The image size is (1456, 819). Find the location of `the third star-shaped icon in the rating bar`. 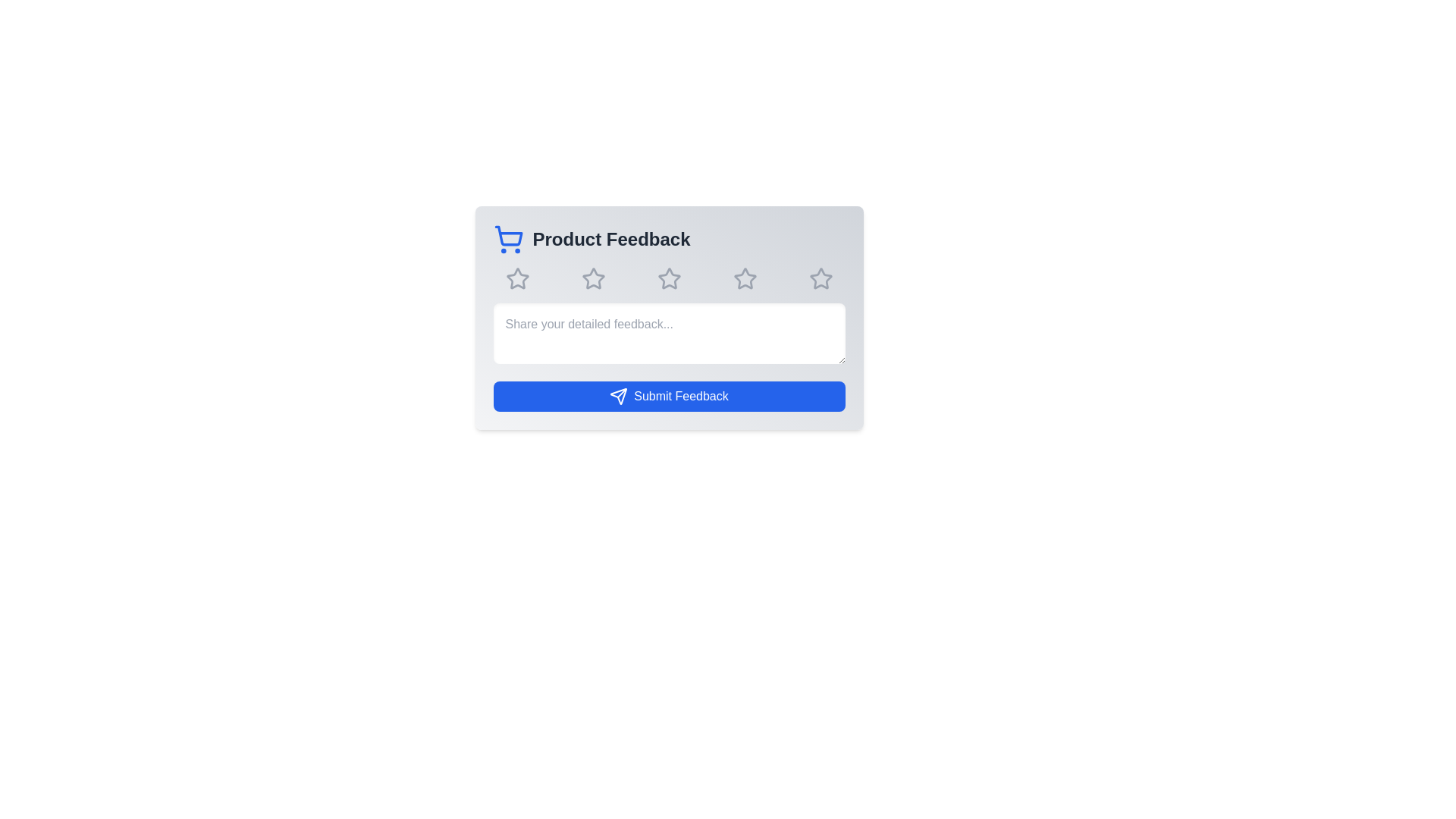

the third star-shaped icon in the rating bar is located at coordinates (668, 278).